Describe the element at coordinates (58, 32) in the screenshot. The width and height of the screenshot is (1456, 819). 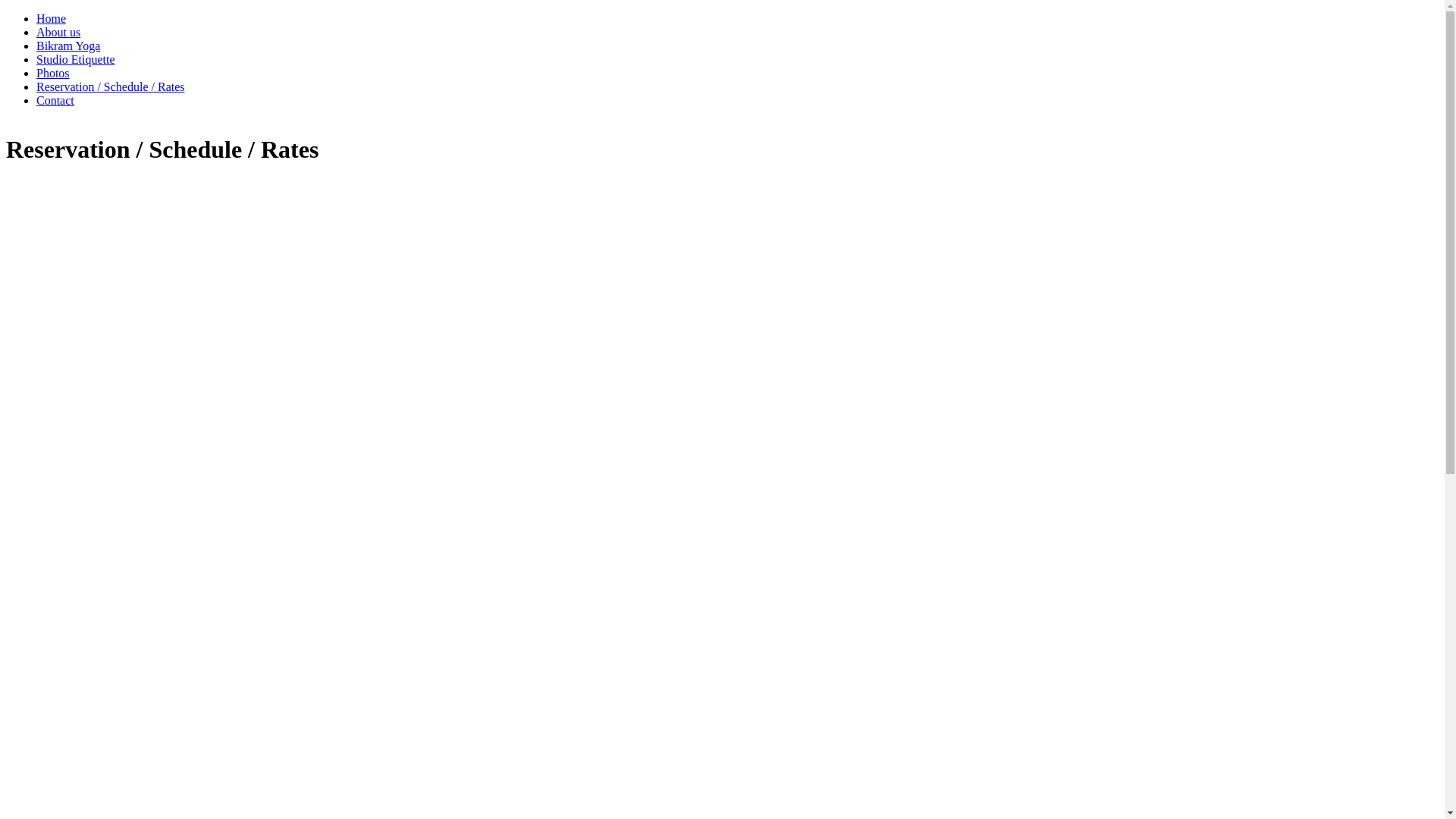
I see `'About us'` at that location.